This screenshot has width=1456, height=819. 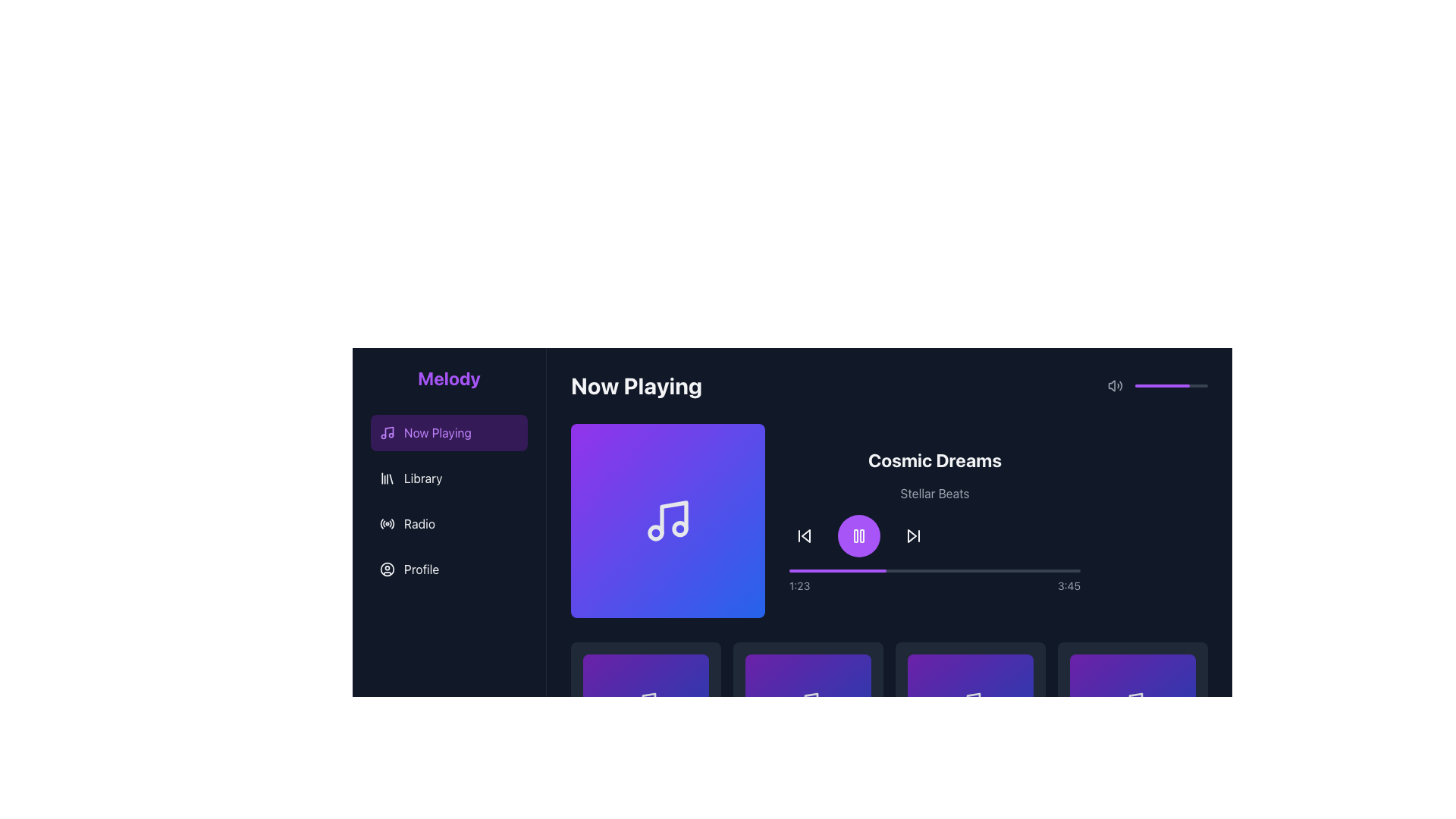 What do you see at coordinates (1140, 385) in the screenshot?
I see `the slider` at bounding box center [1140, 385].